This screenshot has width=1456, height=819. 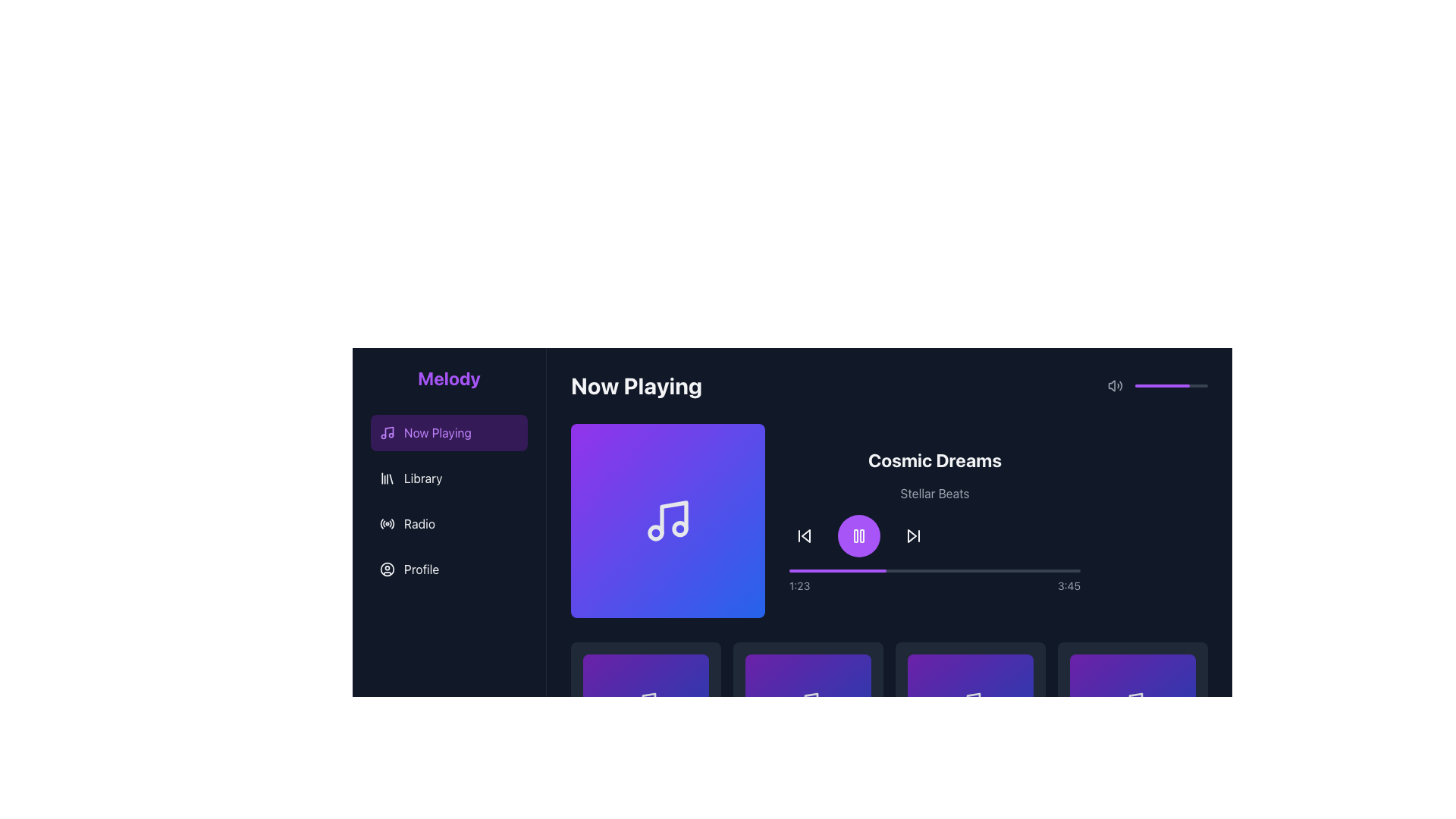 What do you see at coordinates (1140, 385) in the screenshot?
I see `the slider` at bounding box center [1140, 385].